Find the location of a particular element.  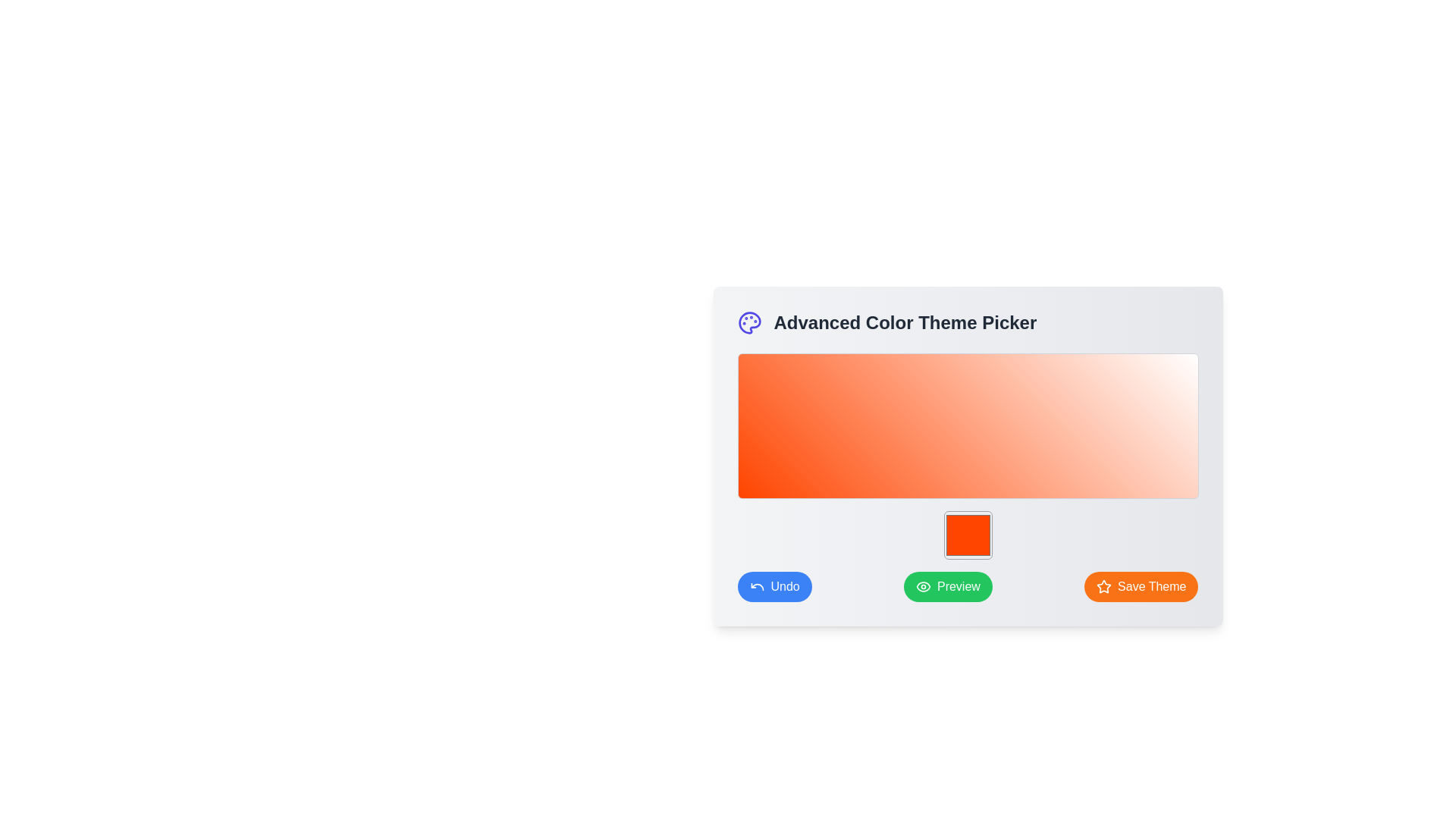

the Gradient Display Area located in the Advanced Color Theme Picker panel, which serves for theme selection or previewing is located at coordinates (967, 426).